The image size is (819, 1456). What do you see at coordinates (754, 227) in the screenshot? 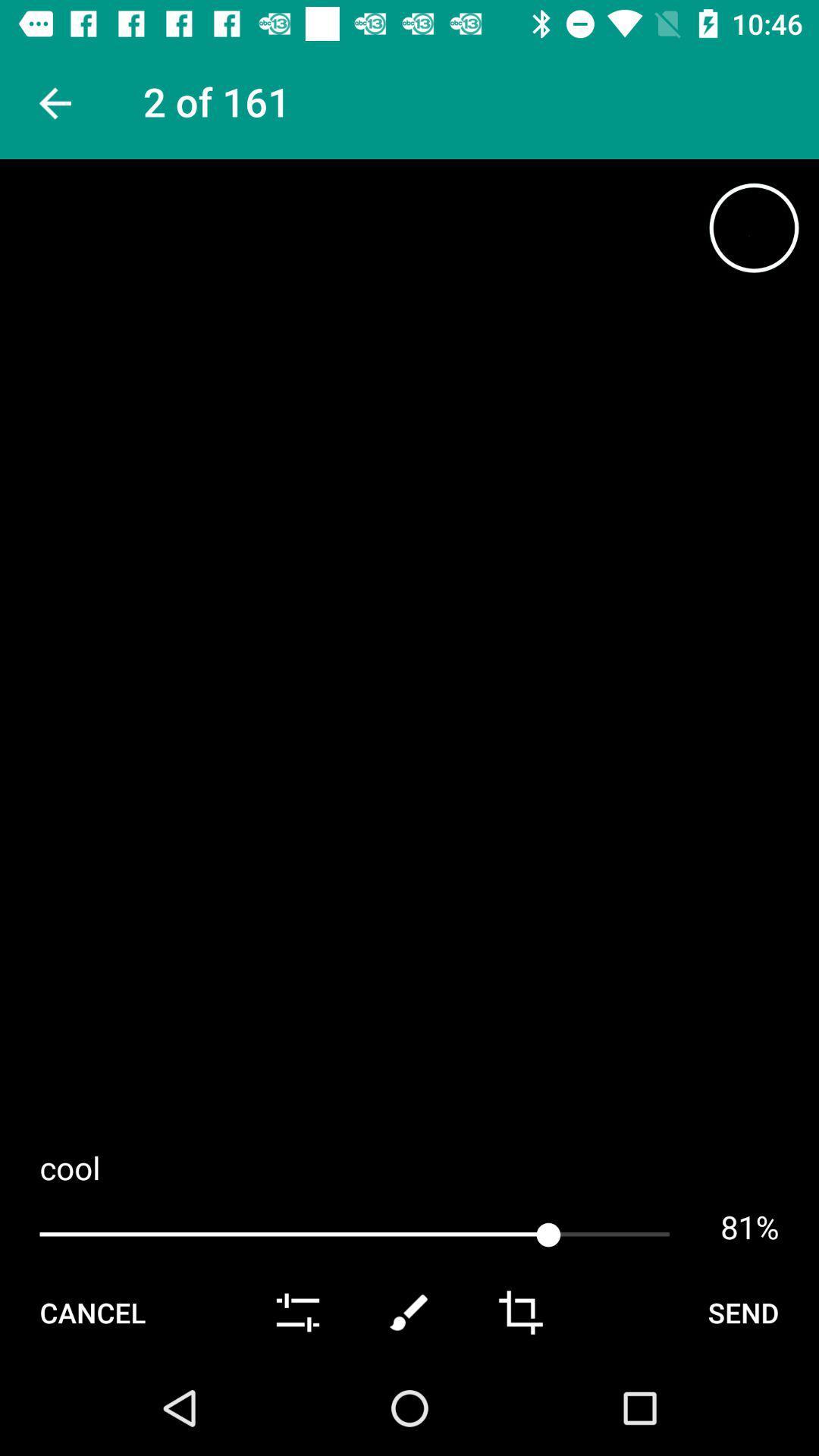
I see `the icon above the cool icon` at bounding box center [754, 227].